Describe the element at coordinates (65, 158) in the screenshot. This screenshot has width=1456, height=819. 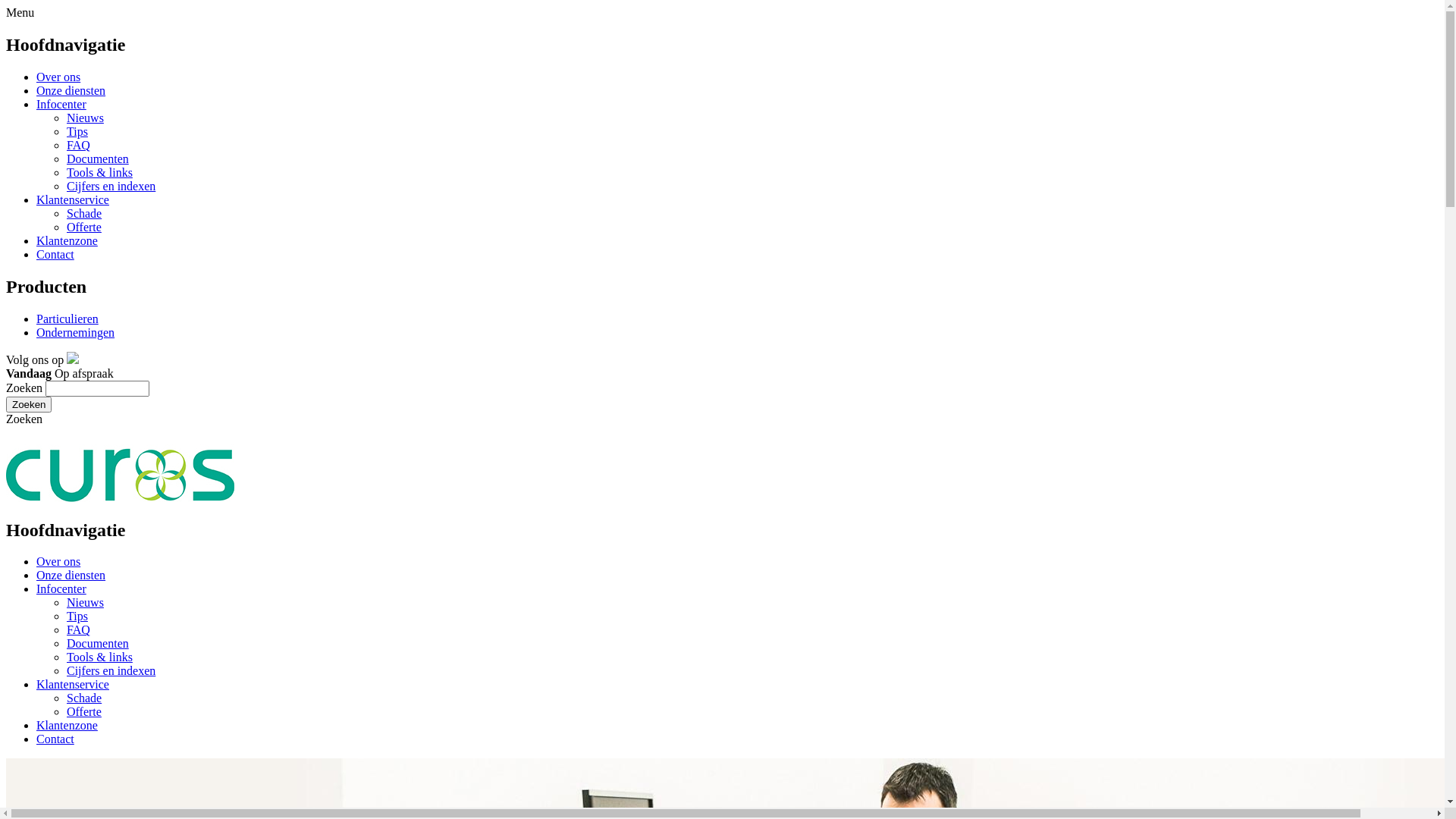
I see `'Documenten'` at that location.